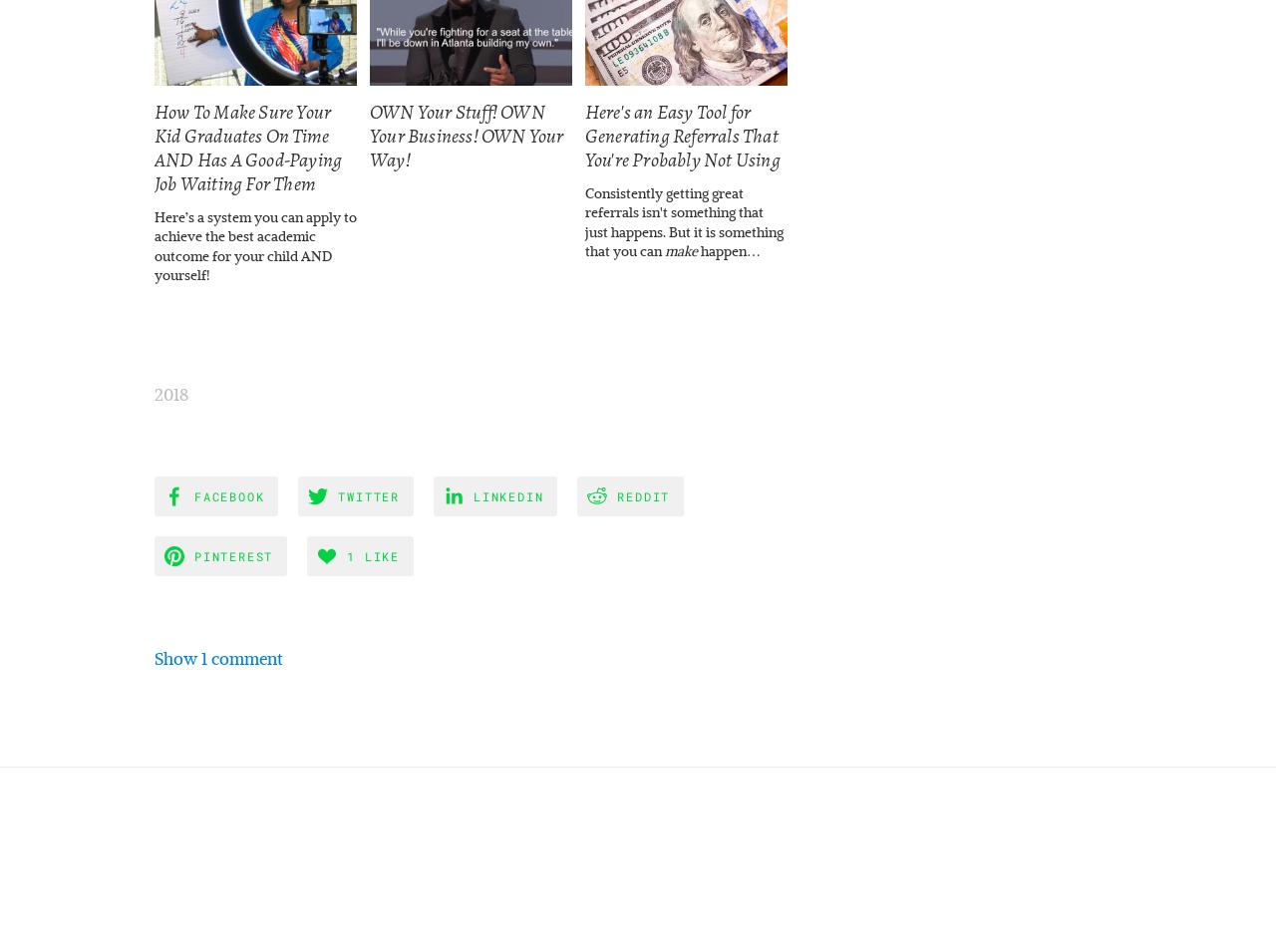  Describe the element at coordinates (882, 136) in the screenshot. I see `'How To Grow Your Business Through Strategic Partnerships'` at that location.